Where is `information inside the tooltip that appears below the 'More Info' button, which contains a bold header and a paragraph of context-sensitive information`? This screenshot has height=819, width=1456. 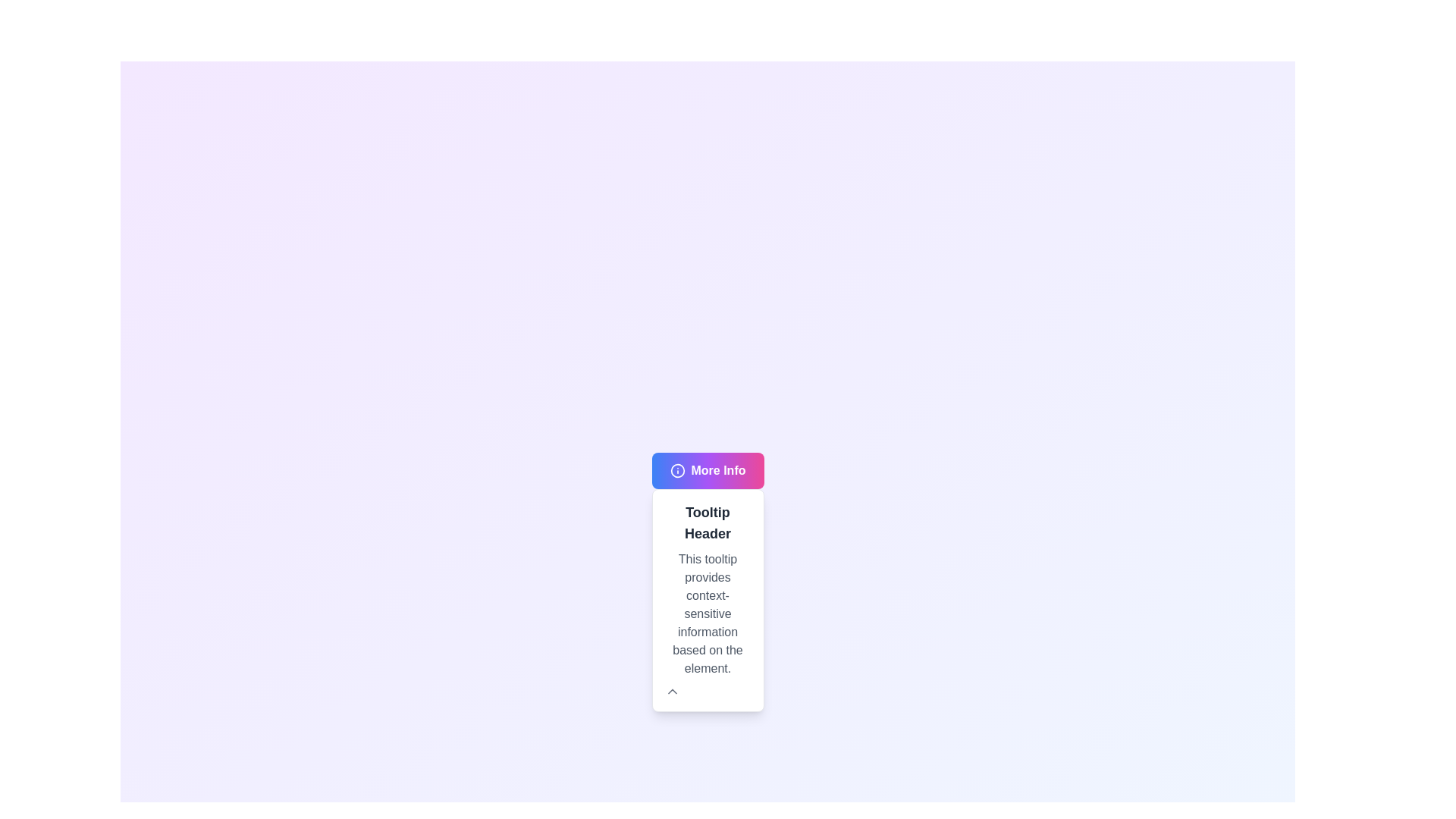 information inside the tooltip that appears below the 'More Info' button, which contains a bold header and a paragraph of context-sensitive information is located at coordinates (707, 599).